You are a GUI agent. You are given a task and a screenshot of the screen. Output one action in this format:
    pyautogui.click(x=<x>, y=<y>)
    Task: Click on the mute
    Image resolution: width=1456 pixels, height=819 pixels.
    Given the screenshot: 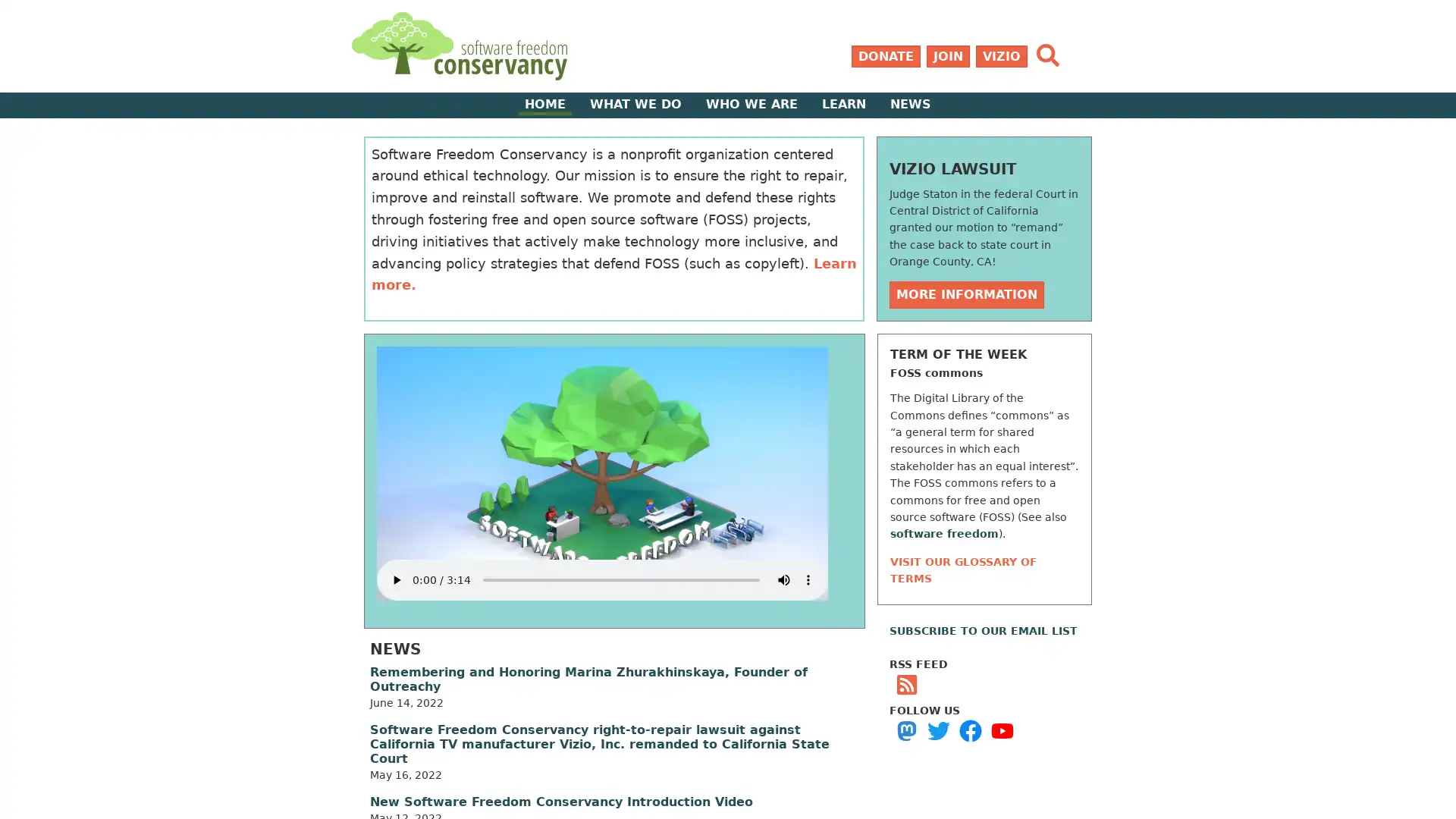 What is the action you would take?
    pyautogui.click(x=783, y=579)
    